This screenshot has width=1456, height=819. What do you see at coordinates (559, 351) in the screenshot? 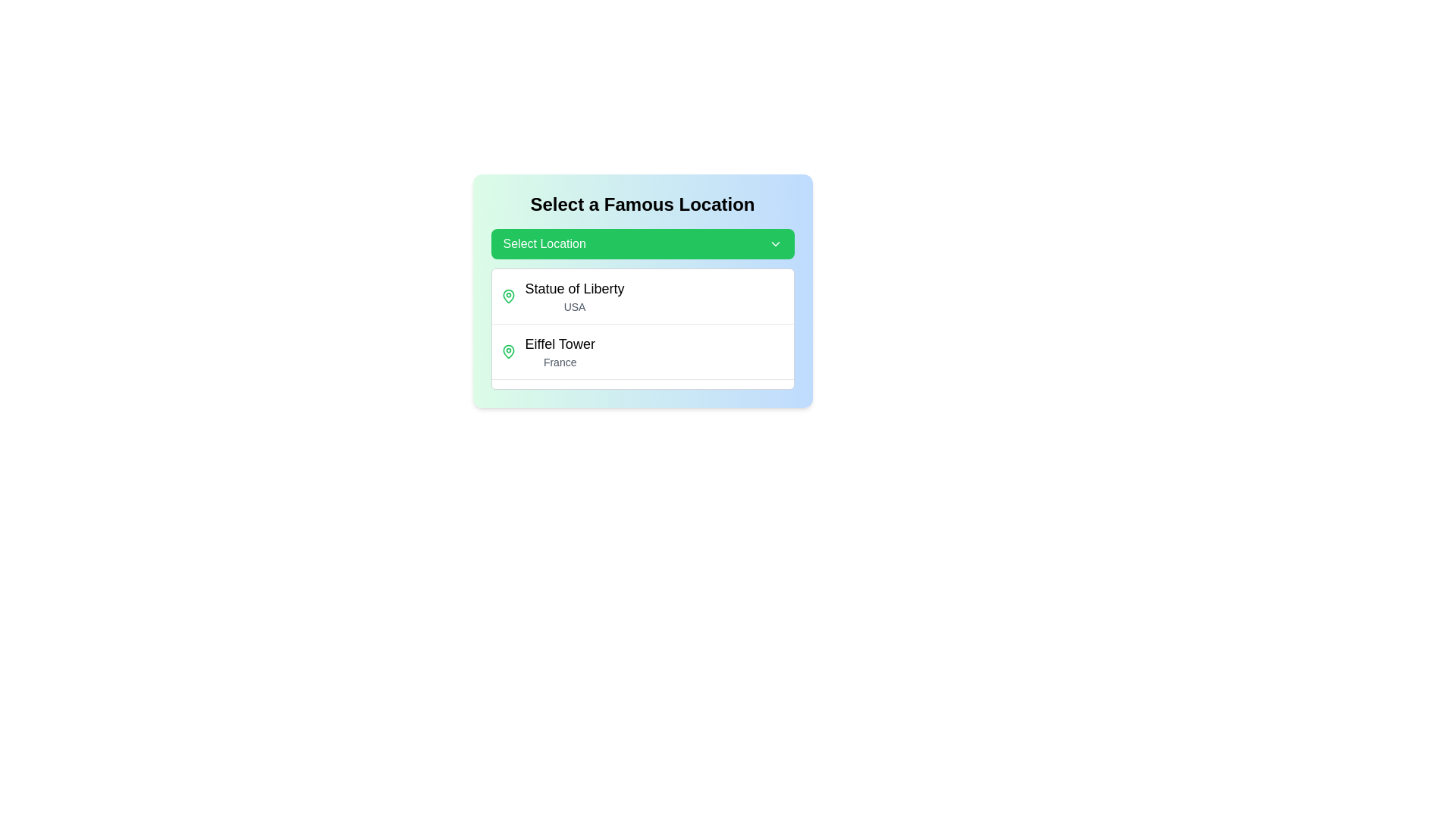
I see `the second entry in the list of famous locations, which displays a location name and country, positioned below 'Statue of Liberty' (USA)` at bounding box center [559, 351].